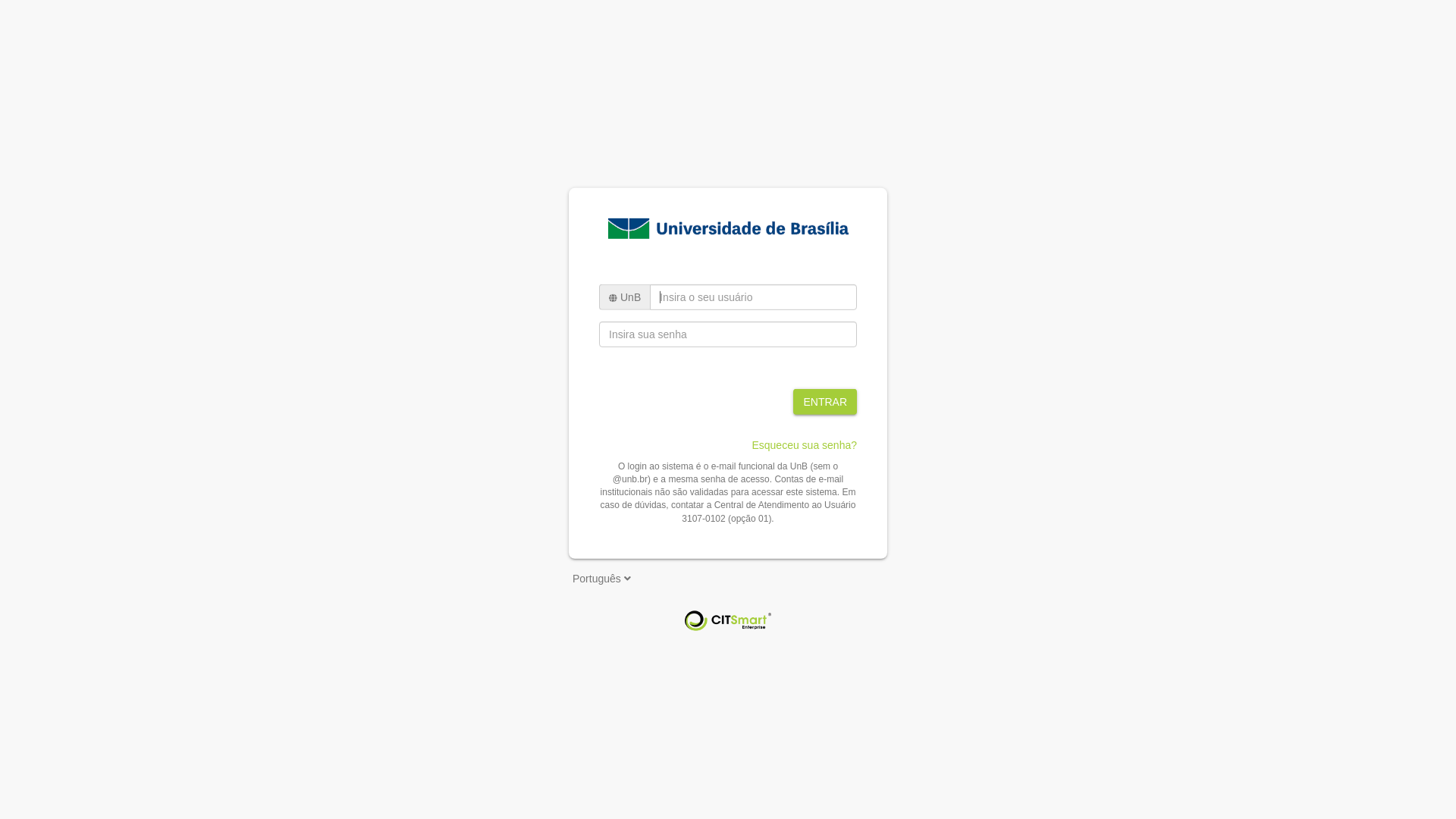  What do you see at coordinates (803, 444) in the screenshot?
I see `'Esqueceu sua senha?'` at bounding box center [803, 444].